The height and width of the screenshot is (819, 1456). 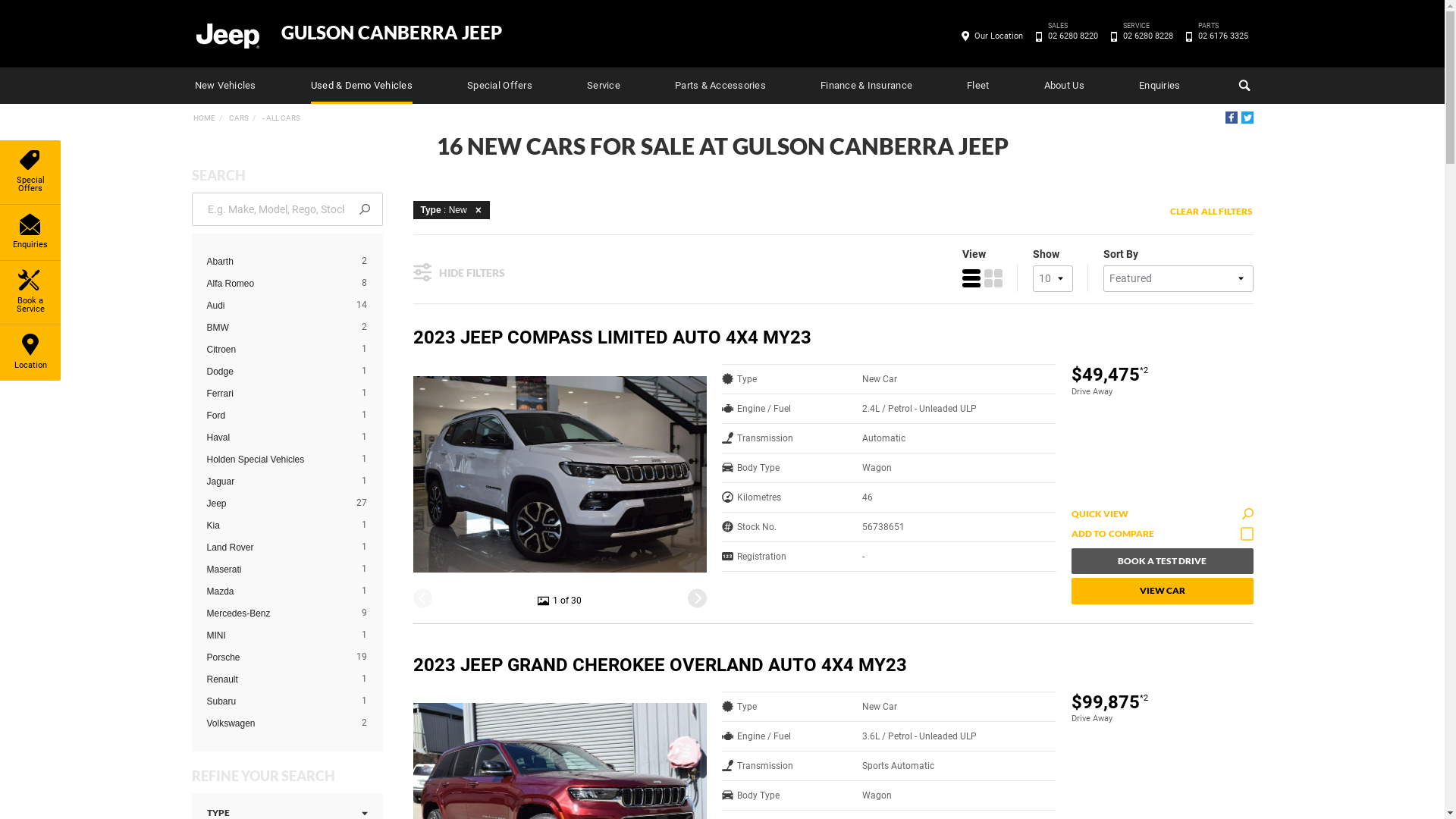 I want to click on 'Twitter', so click(x=1246, y=116).